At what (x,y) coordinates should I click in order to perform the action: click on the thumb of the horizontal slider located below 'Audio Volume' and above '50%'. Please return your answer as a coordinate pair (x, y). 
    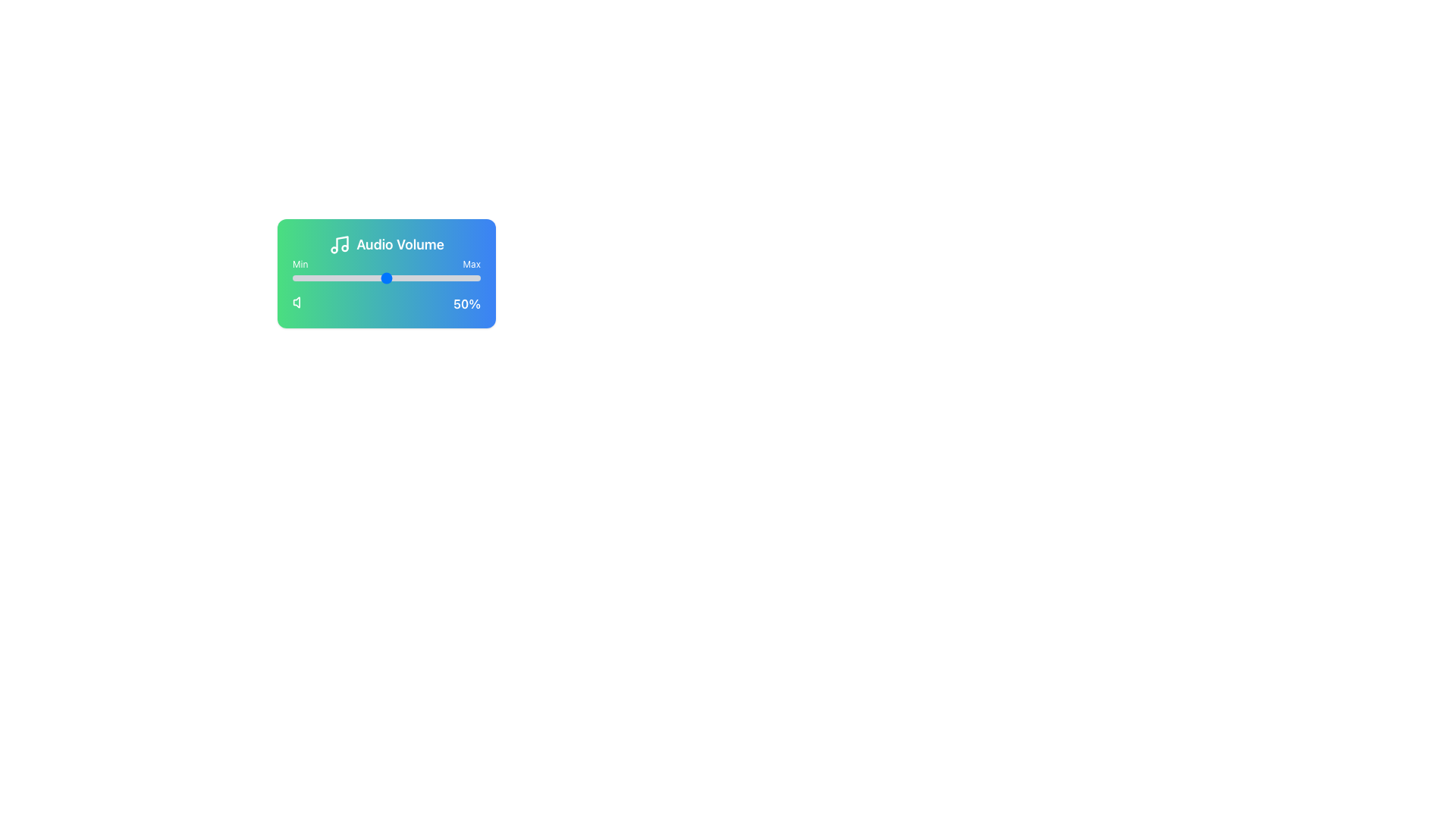
    Looking at the image, I should click on (386, 277).